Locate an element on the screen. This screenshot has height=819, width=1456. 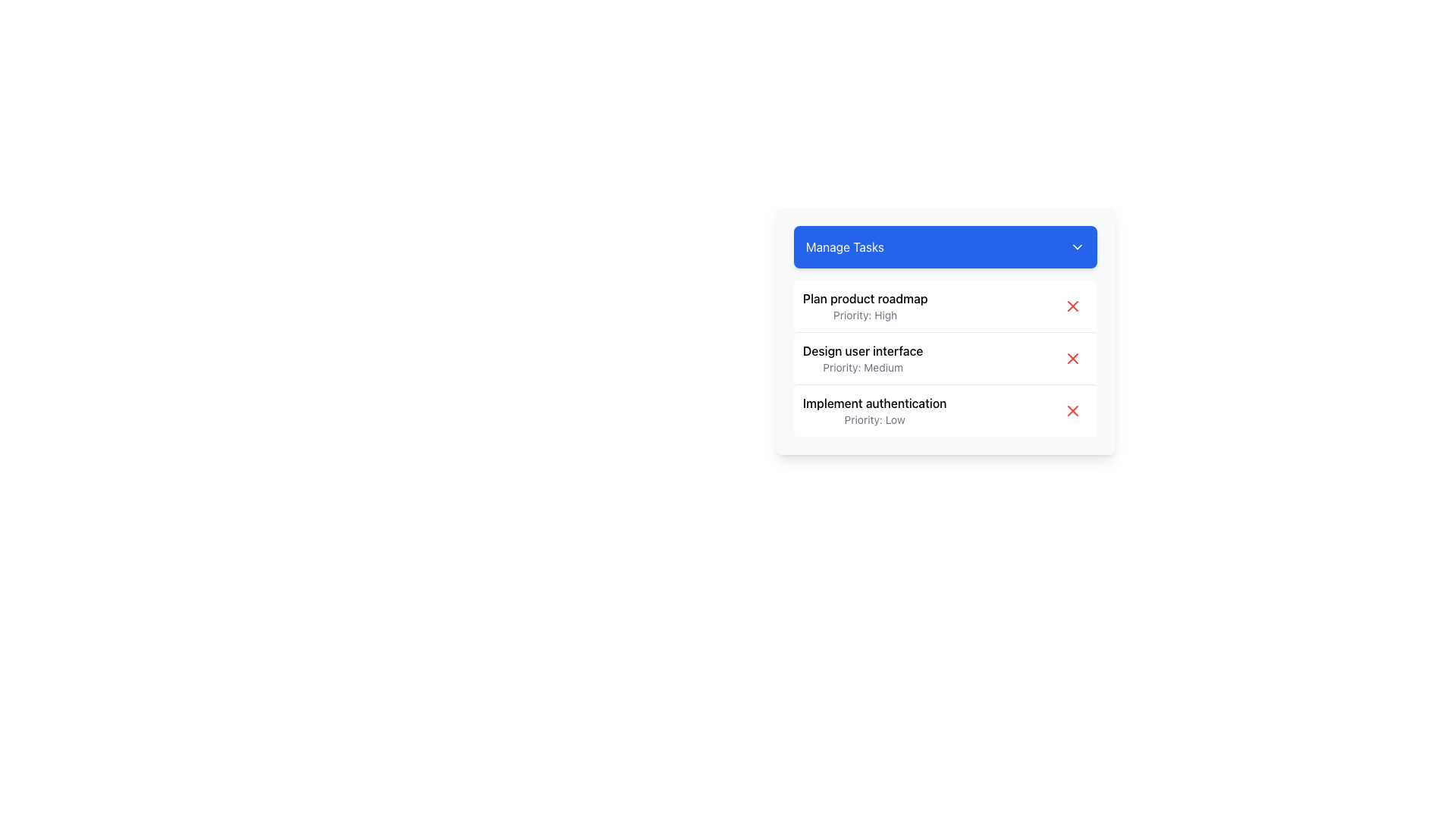
the first task entry displaying its title and priority level under the header 'Manage Tasks', which is located above the entries 'Design user interface' and 'Implement authentication' is located at coordinates (865, 306).